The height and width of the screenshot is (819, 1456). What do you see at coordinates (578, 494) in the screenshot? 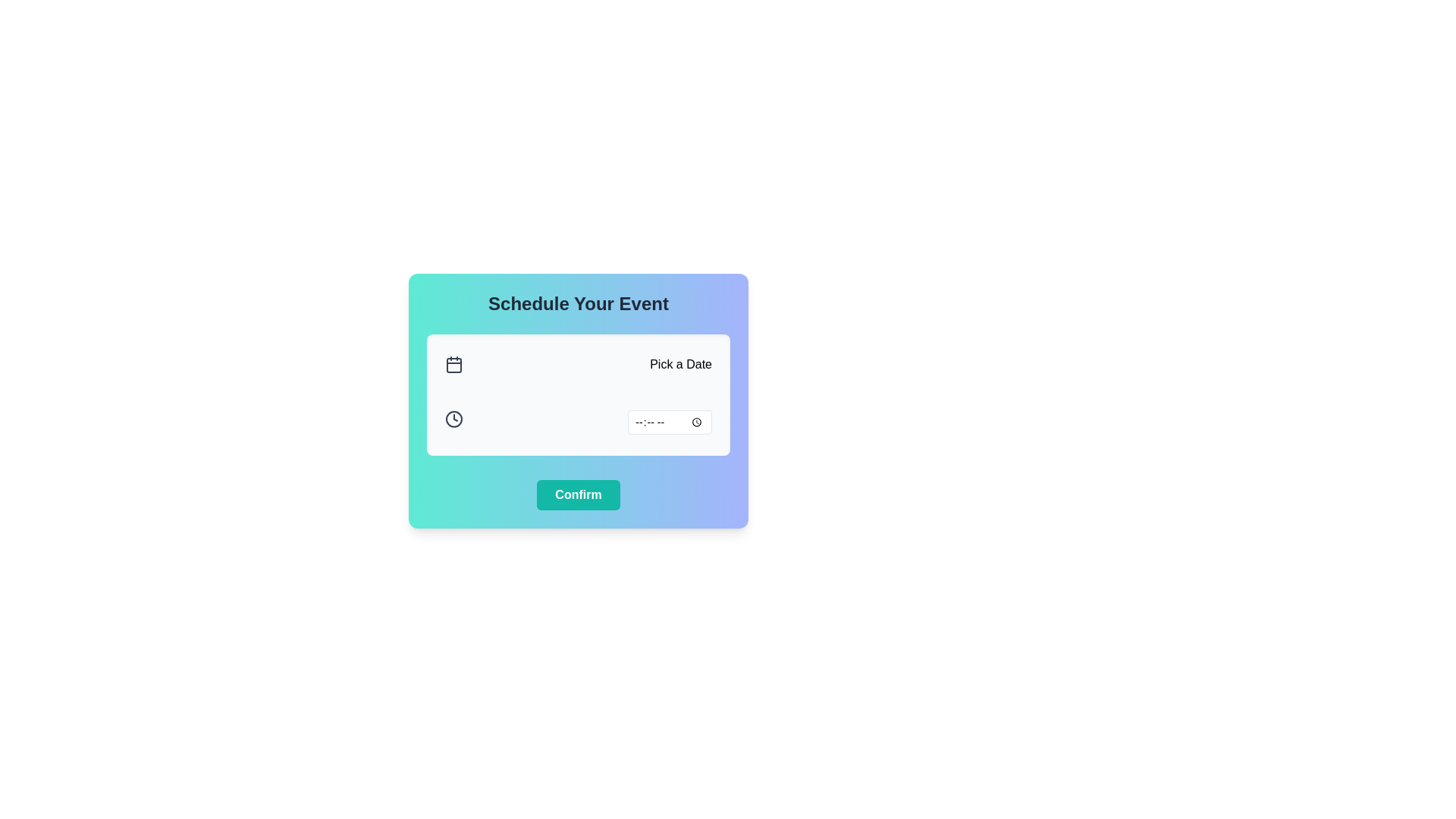
I see `the confirm button located at the bottom center of the 'Schedule Your Event' modal to confirm the action` at bounding box center [578, 494].